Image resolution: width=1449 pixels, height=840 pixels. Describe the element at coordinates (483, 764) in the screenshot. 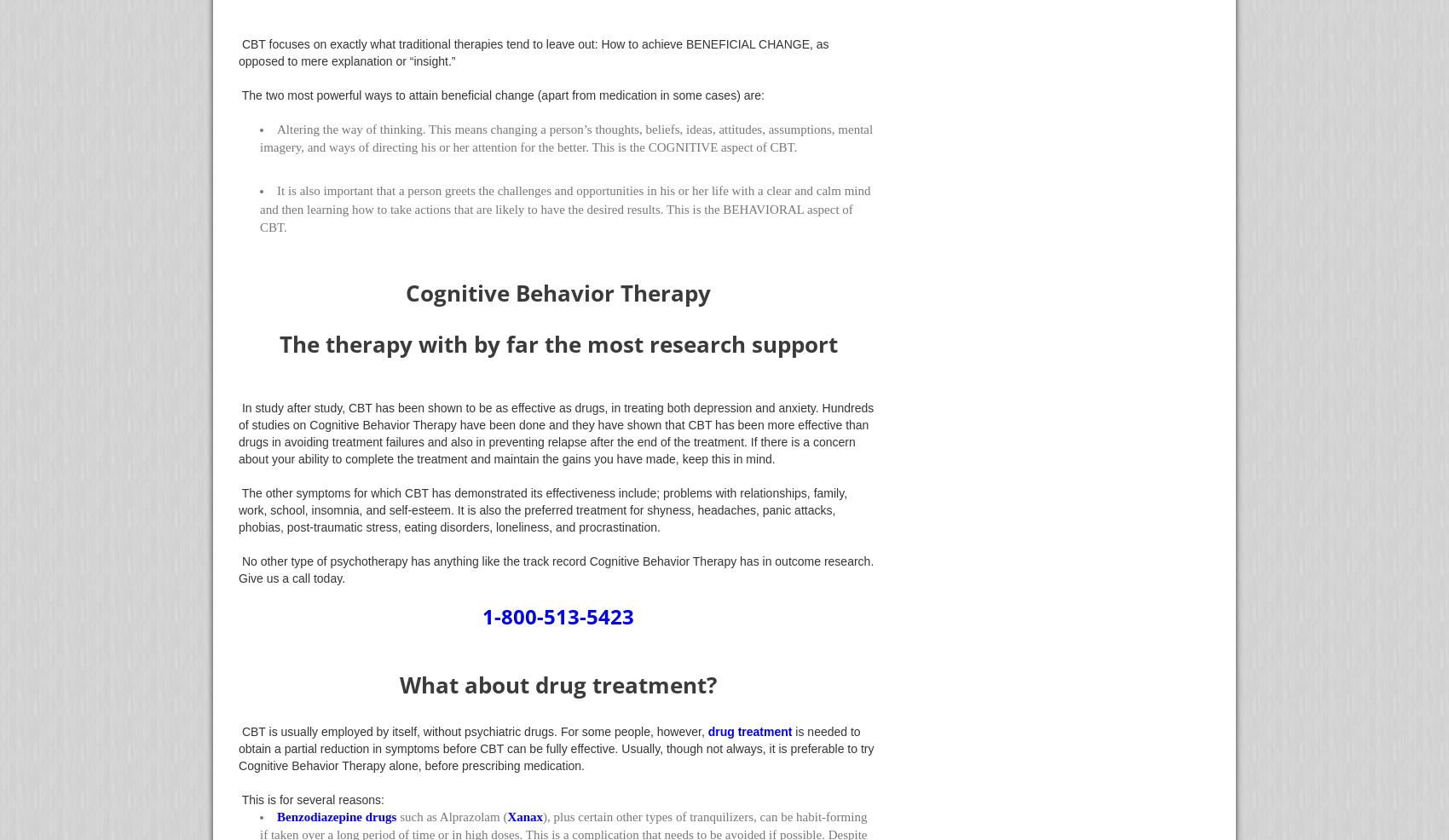

I see `'alone, before prescribing medication.'` at that location.